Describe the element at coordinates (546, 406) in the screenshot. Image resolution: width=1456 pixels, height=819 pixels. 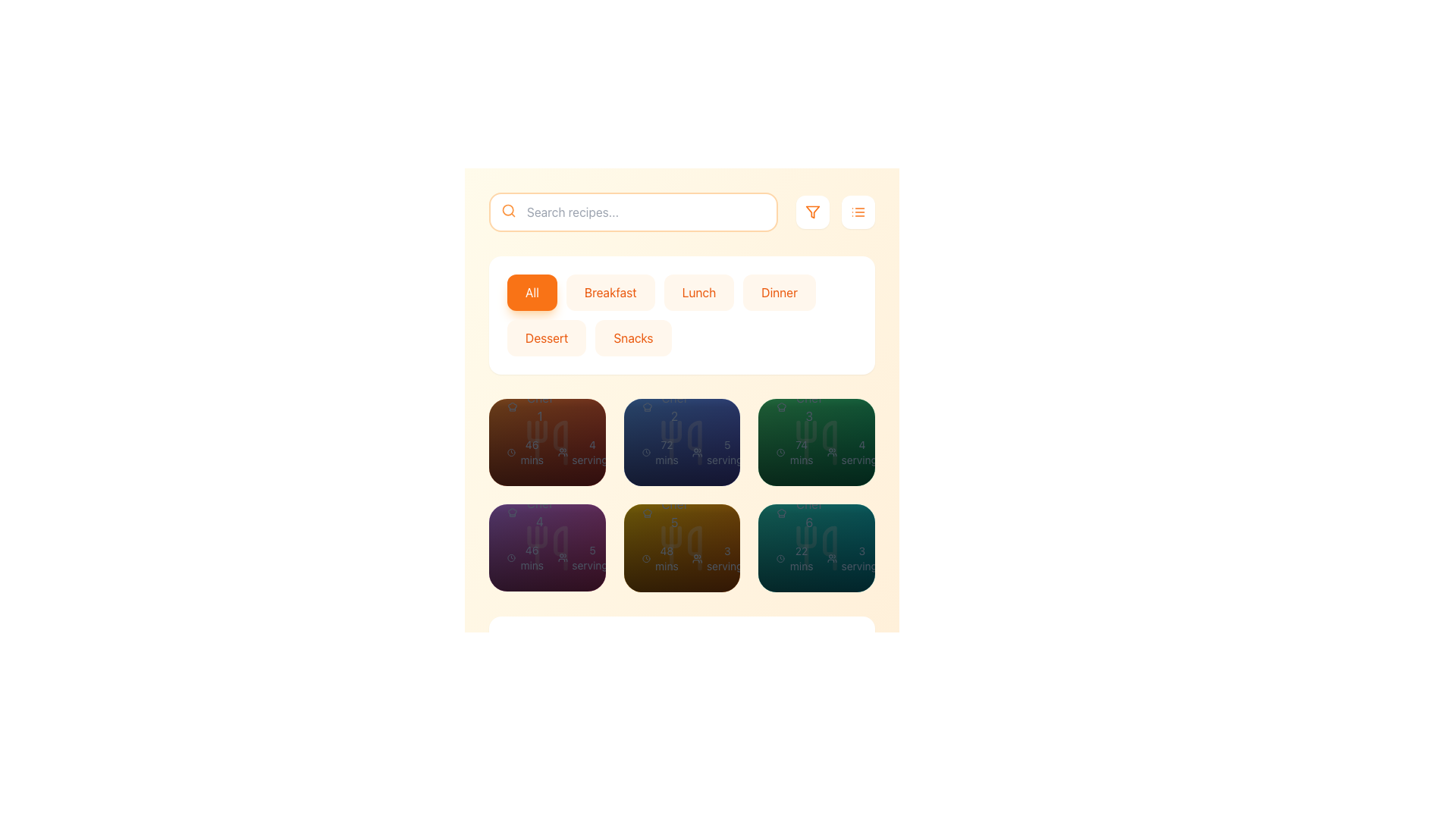
I see `the informational overlay panel located at the bottom of the first recipe card in the top-left corner of the recipe grid` at that location.